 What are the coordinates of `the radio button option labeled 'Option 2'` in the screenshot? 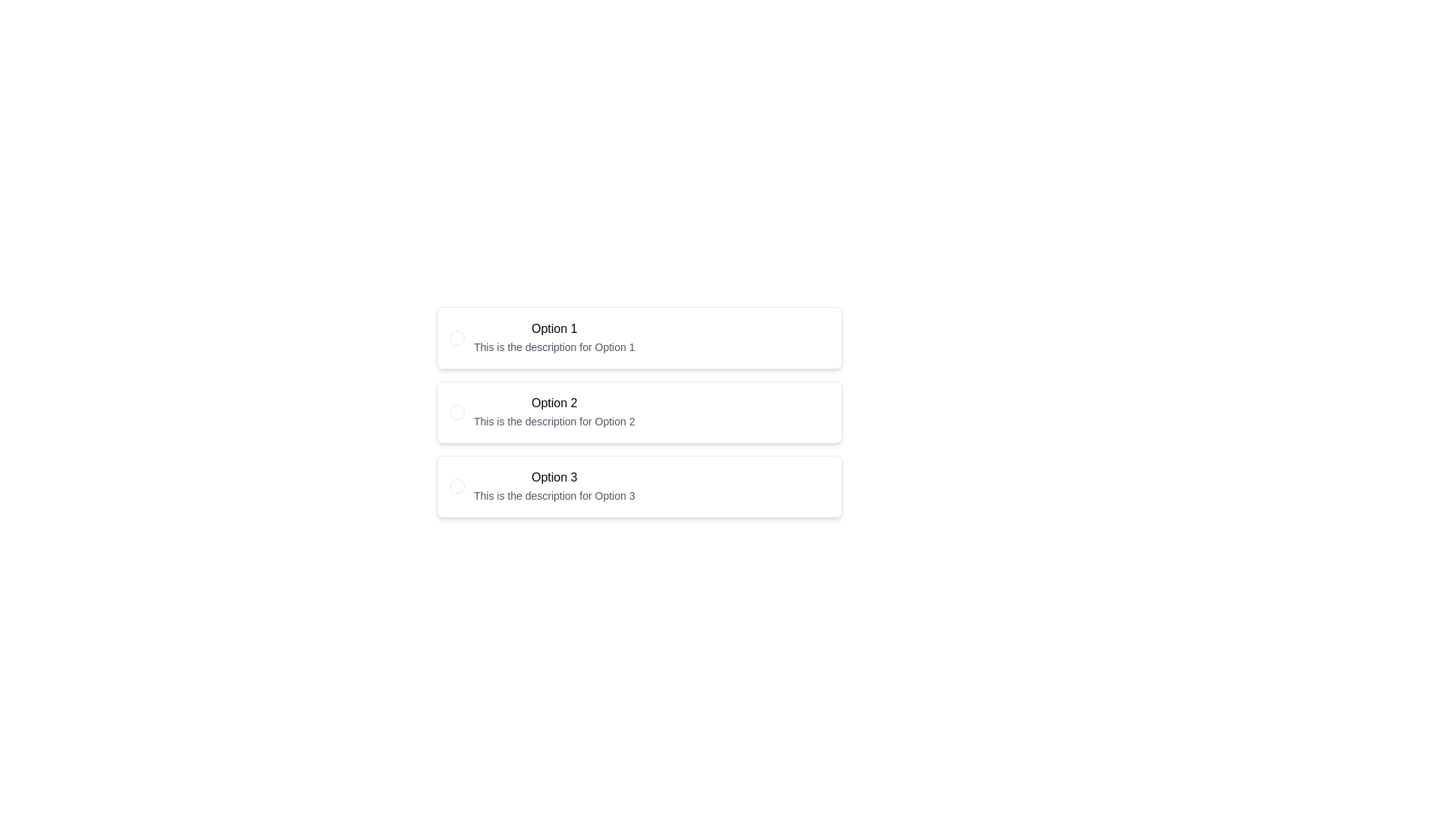 It's located at (542, 412).